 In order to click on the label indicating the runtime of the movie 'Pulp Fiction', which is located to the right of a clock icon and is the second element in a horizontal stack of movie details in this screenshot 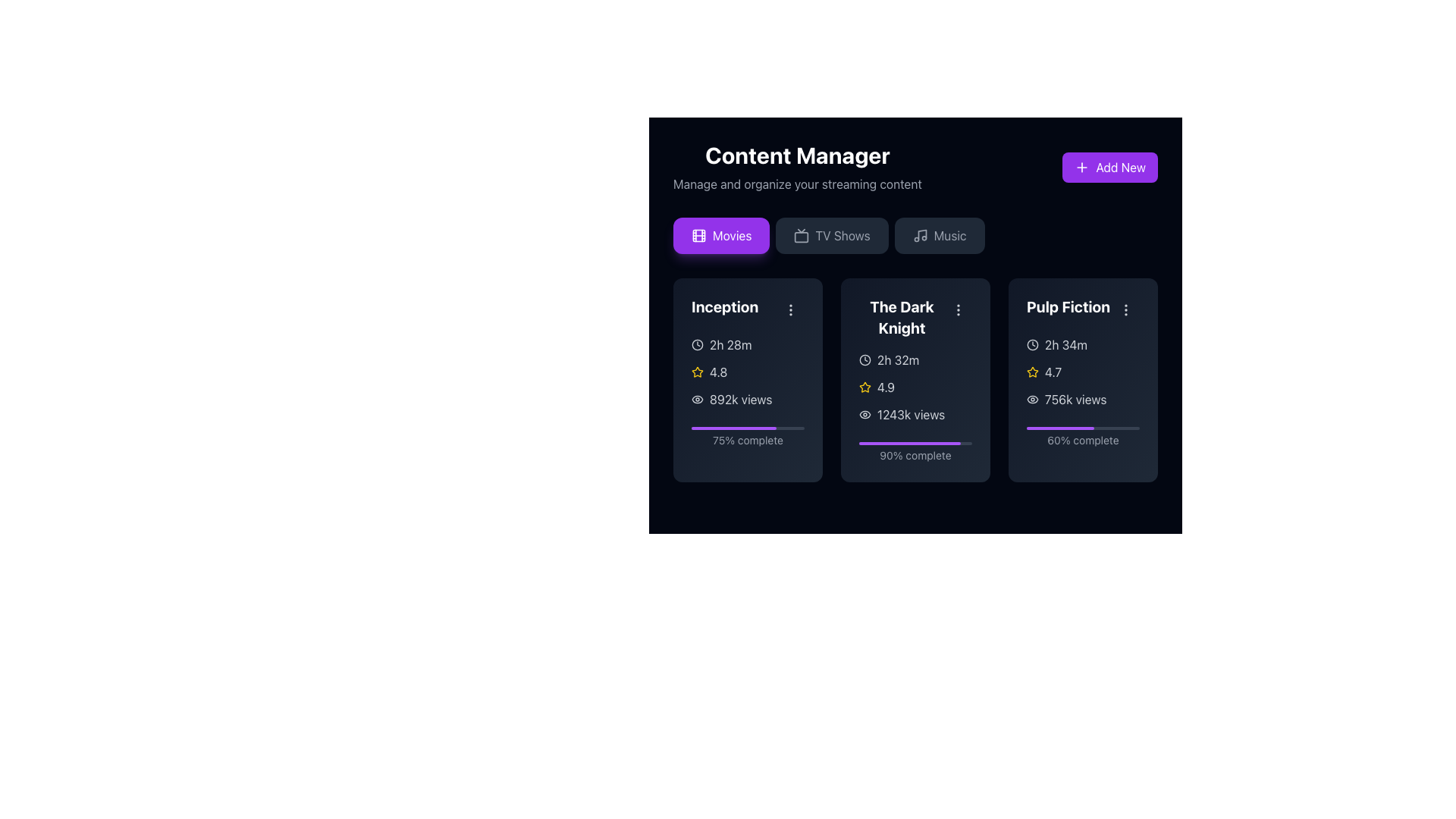, I will do `click(1065, 345)`.